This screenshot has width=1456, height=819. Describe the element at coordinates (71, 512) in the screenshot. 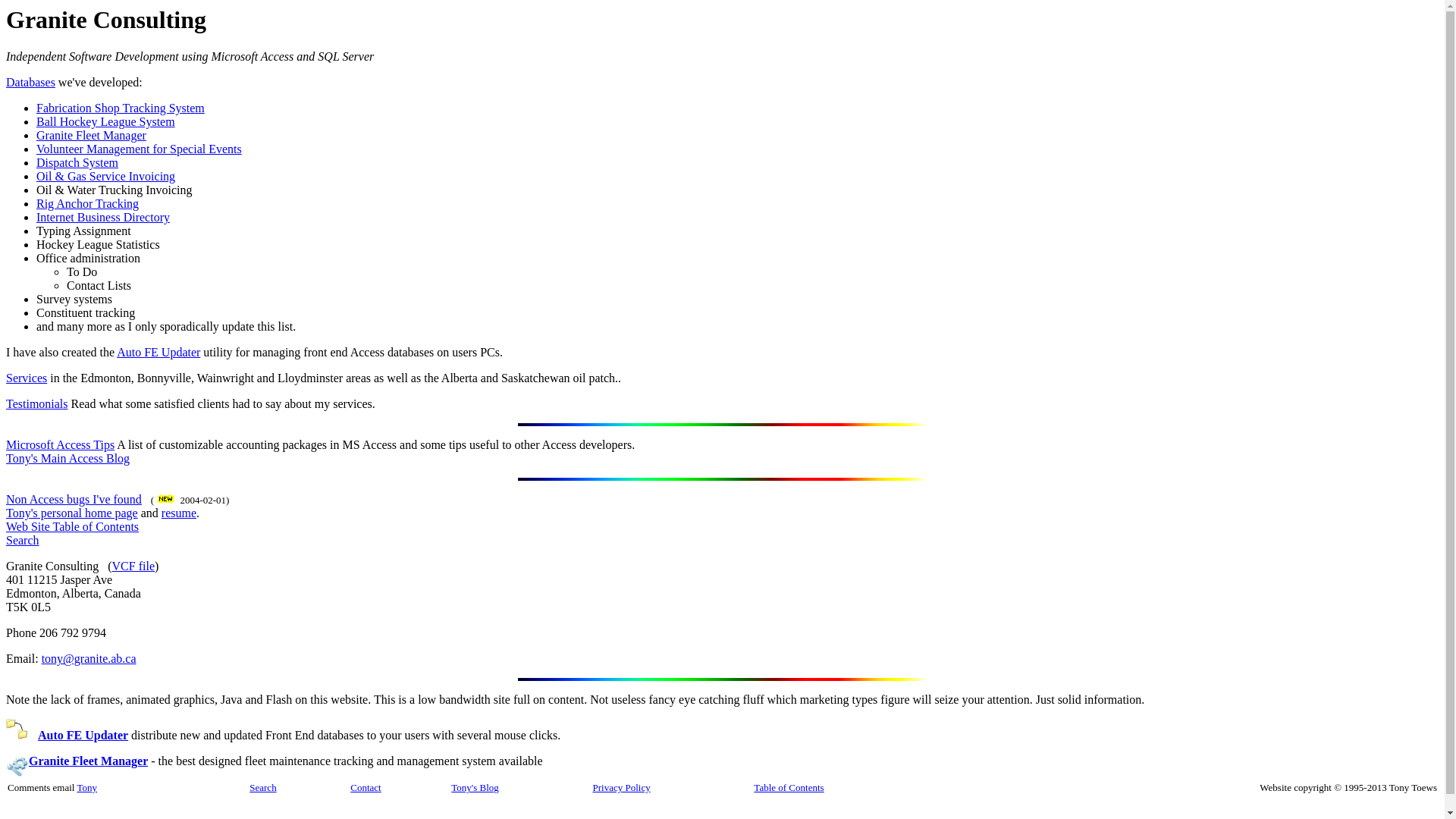

I see `'Tony's personal home page'` at that location.